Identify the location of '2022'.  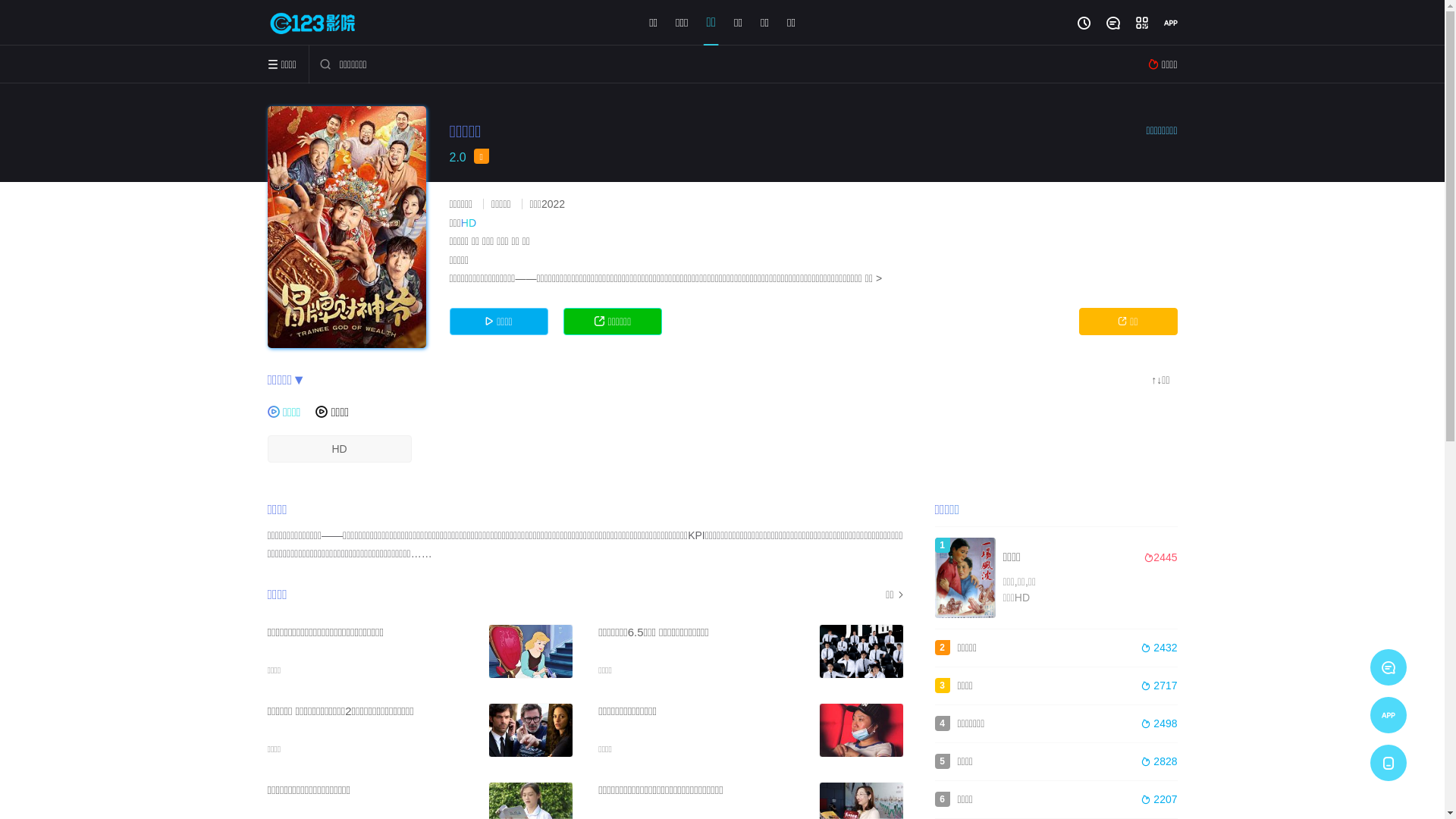
(552, 203).